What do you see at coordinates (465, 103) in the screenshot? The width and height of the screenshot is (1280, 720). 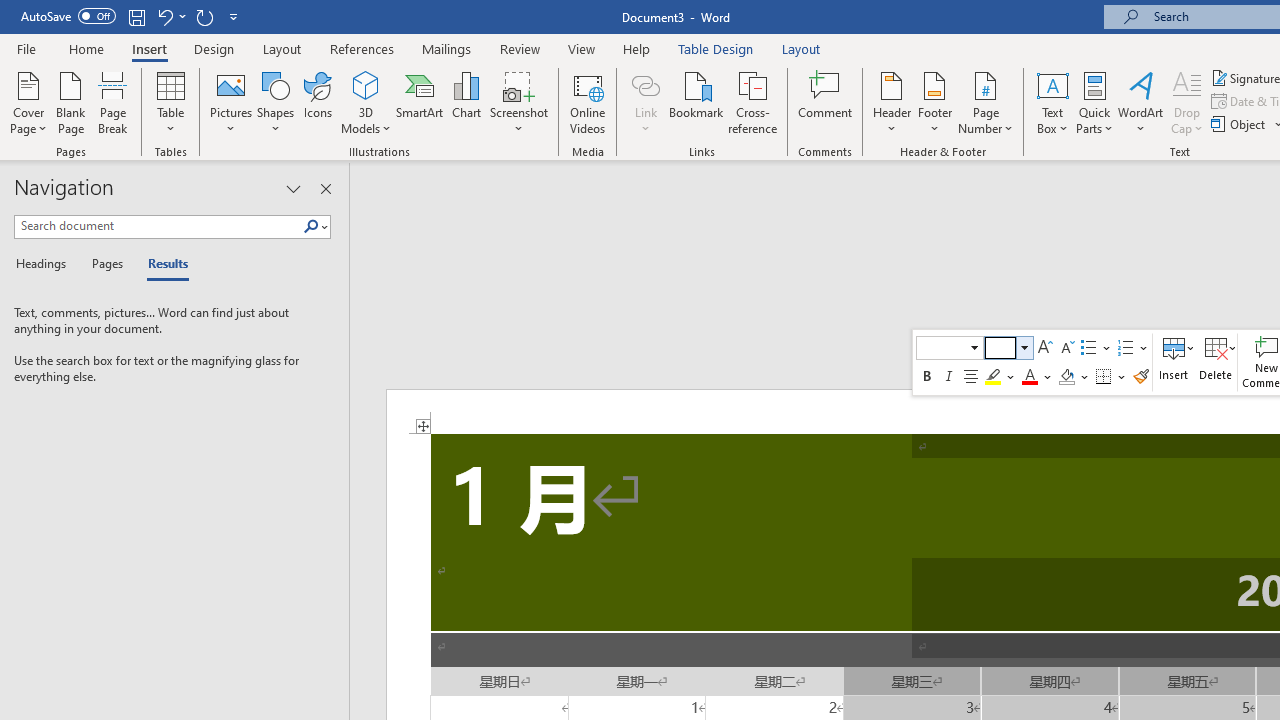 I see `'Chart...'` at bounding box center [465, 103].